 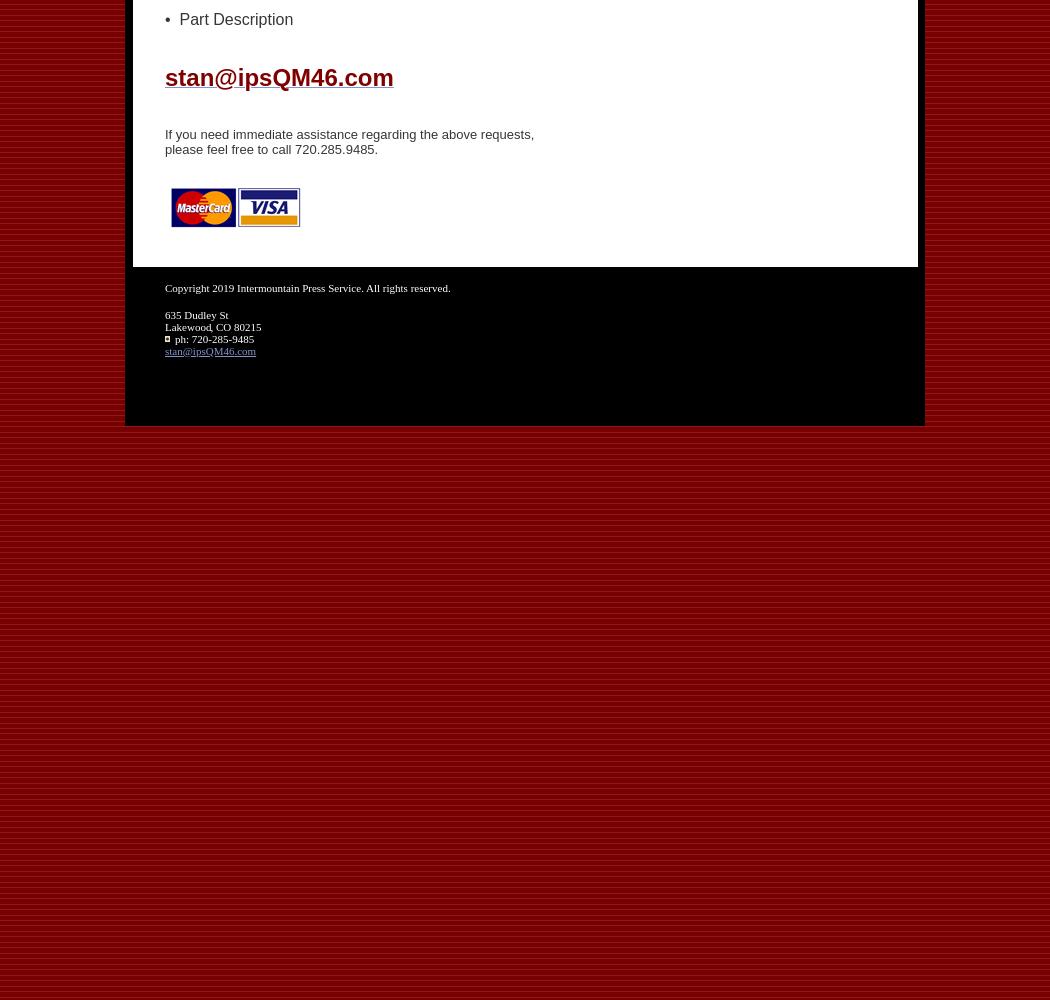 I want to click on '635 Dudley St', so click(x=195, y=313).